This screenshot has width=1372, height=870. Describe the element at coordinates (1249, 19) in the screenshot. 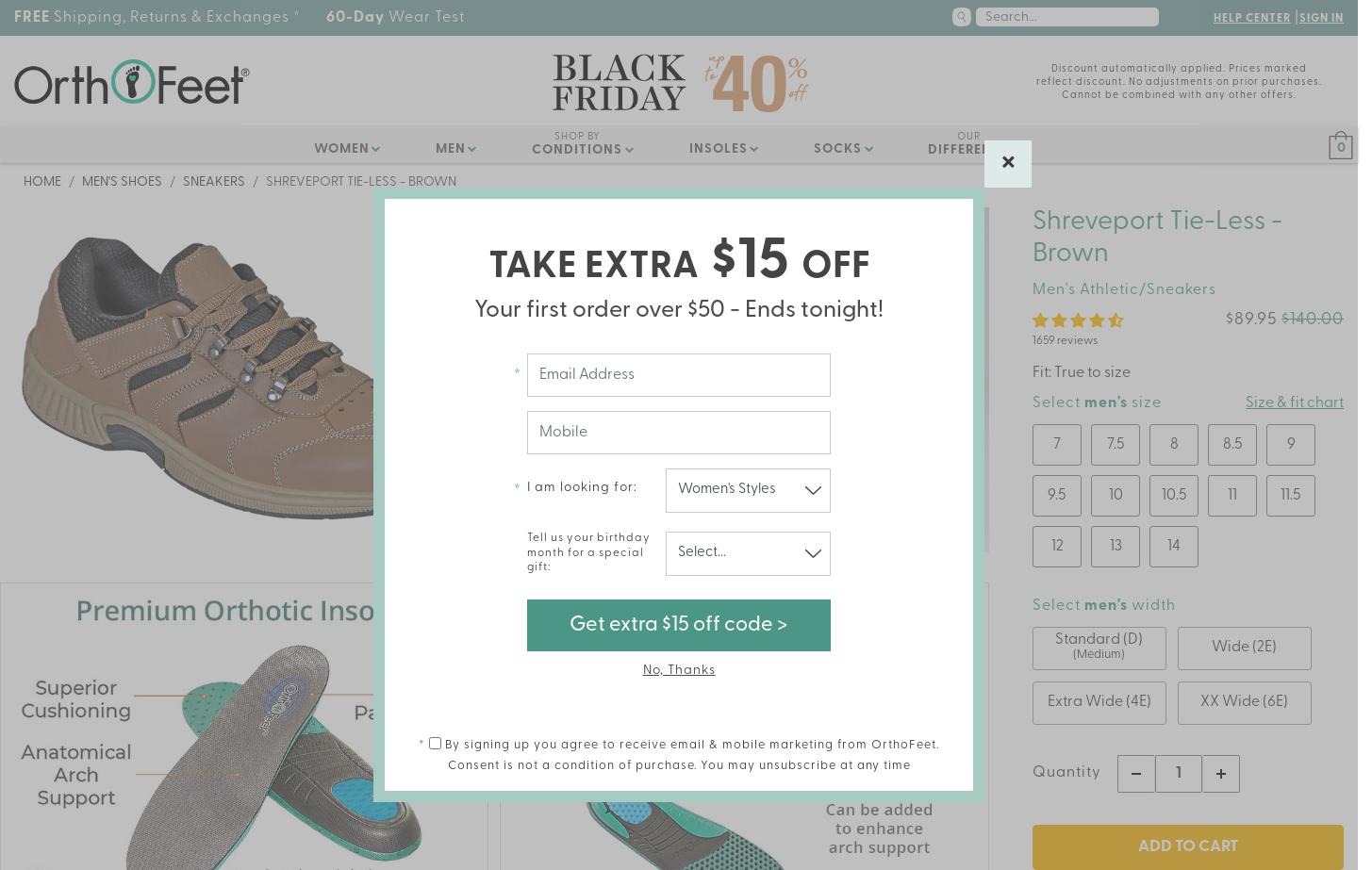

I see `'HELP CENTER'` at that location.